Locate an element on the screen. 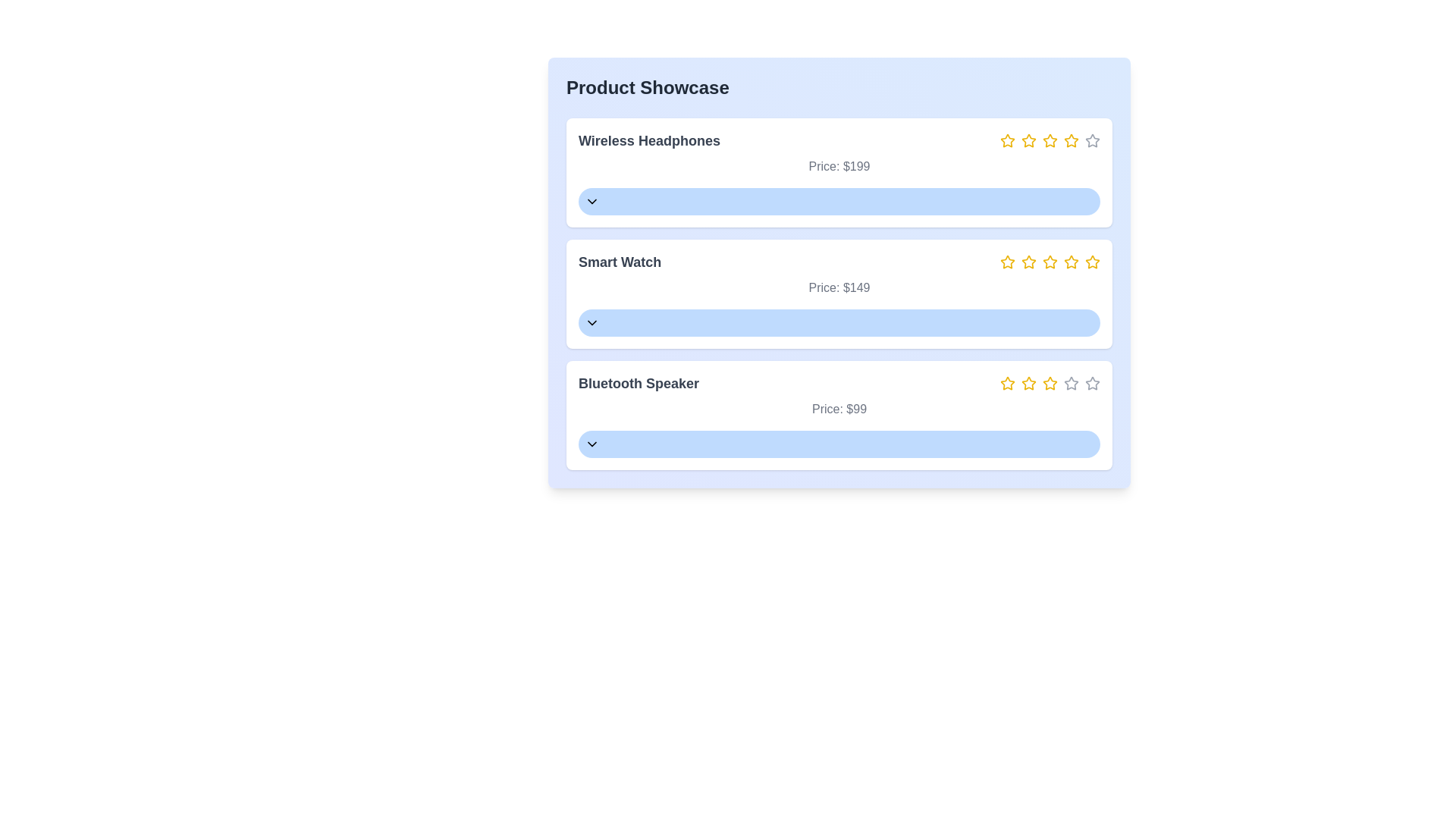 The height and width of the screenshot is (819, 1456). the third star icon from the left in the star rating section of the Bluetooth Speaker product to rate it is located at coordinates (1029, 382).